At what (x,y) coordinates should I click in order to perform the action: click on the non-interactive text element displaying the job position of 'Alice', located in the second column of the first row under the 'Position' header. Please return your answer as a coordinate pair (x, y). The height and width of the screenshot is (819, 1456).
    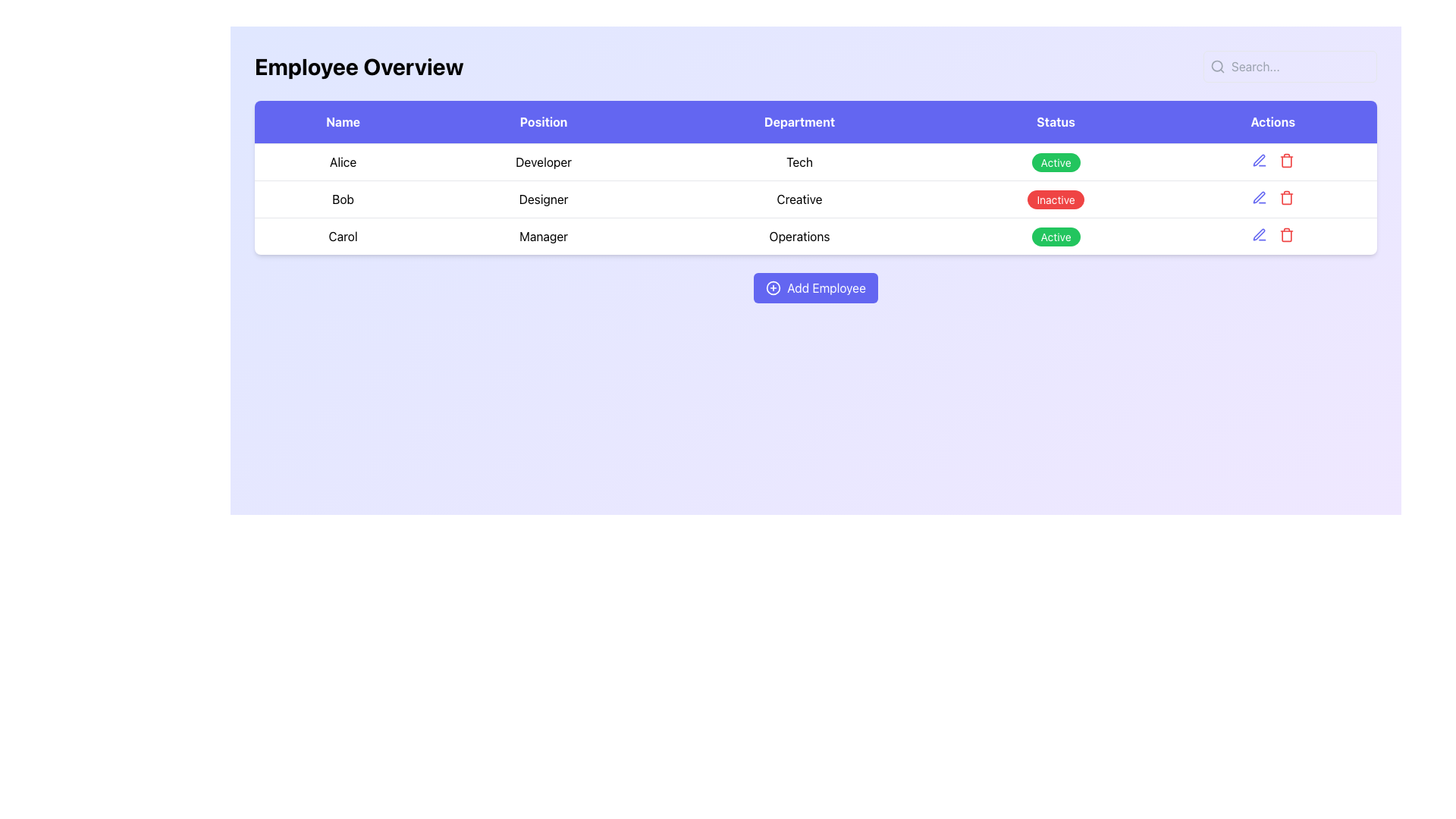
    Looking at the image, I should click on (544, 162).